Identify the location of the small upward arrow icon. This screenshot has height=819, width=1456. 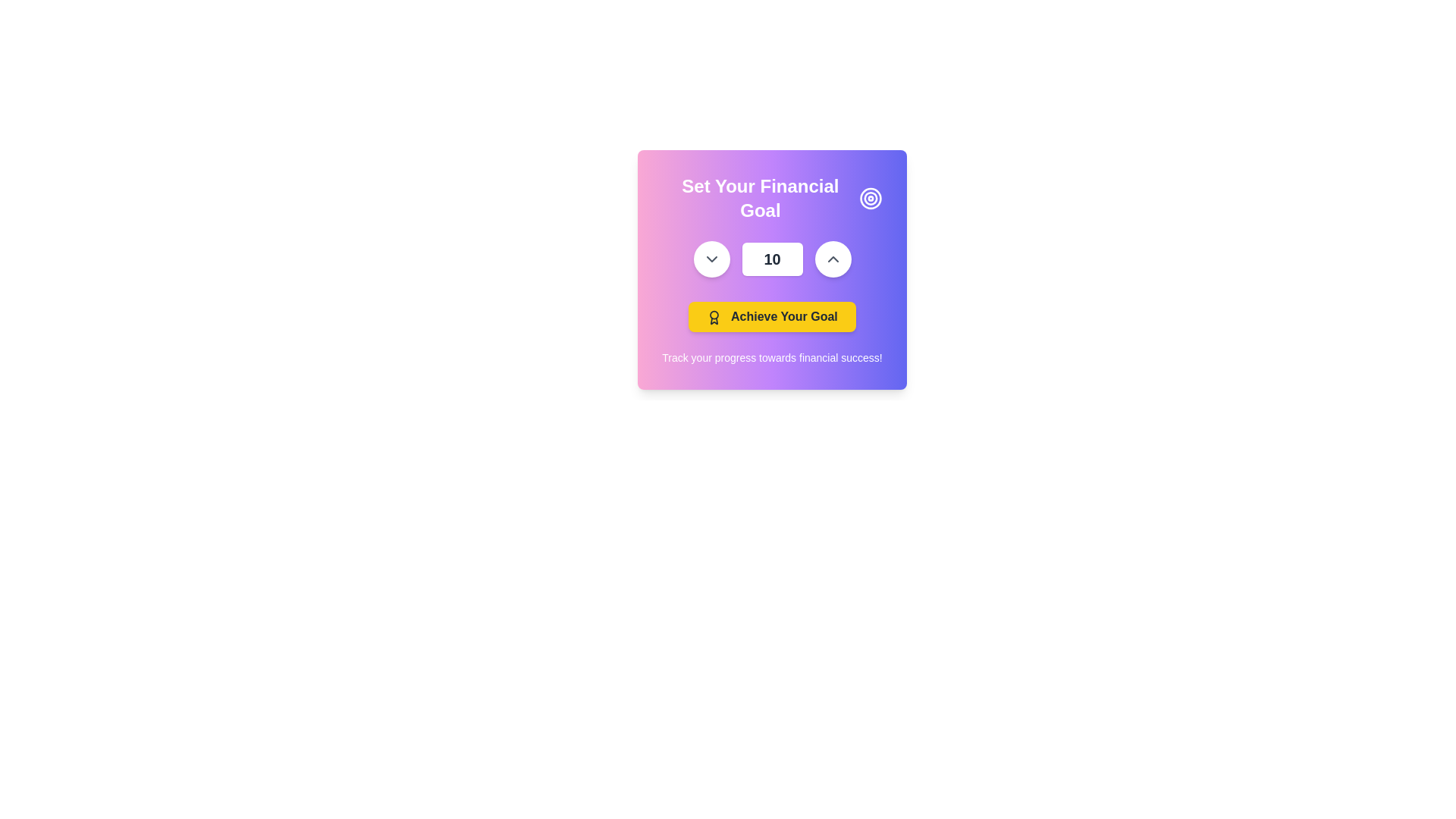
(832, 259).